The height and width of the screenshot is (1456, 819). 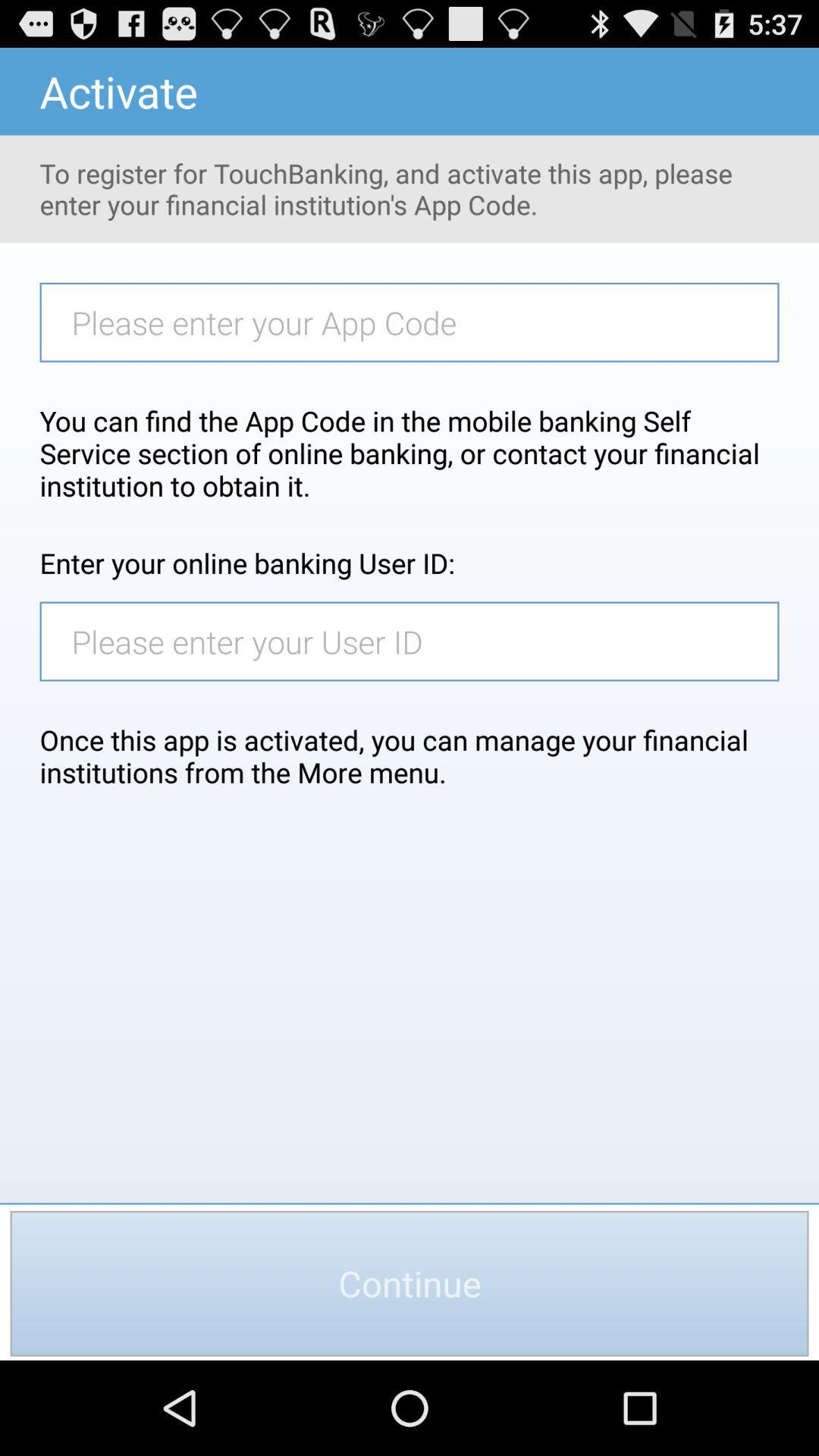 What do you see at coordinates (409, 1282) in the screenshot?
I see `the continue at the bottom` at bounding box center [409, 1282].